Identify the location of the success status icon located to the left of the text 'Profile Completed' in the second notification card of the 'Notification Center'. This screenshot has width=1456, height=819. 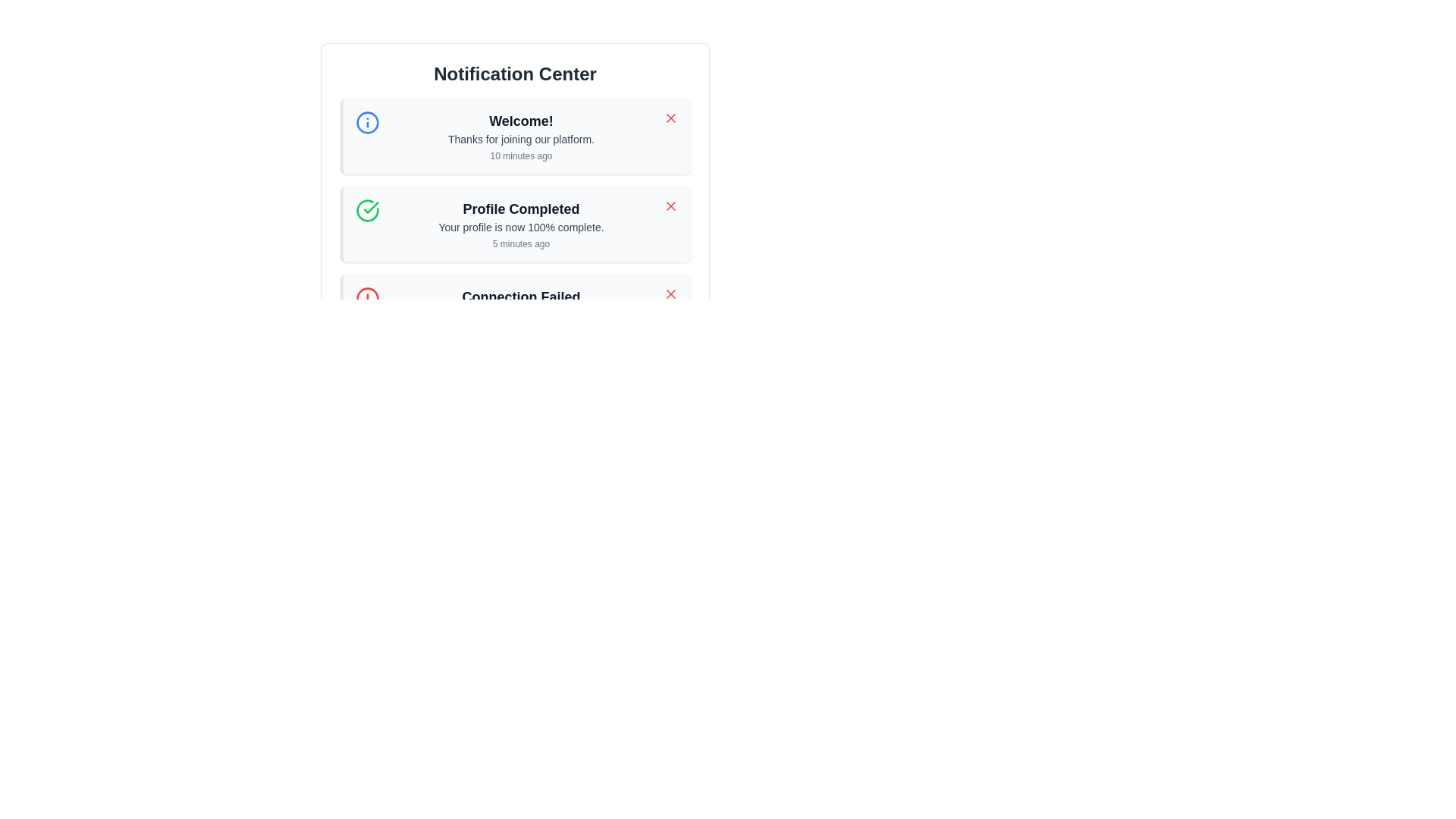
(367, 210).